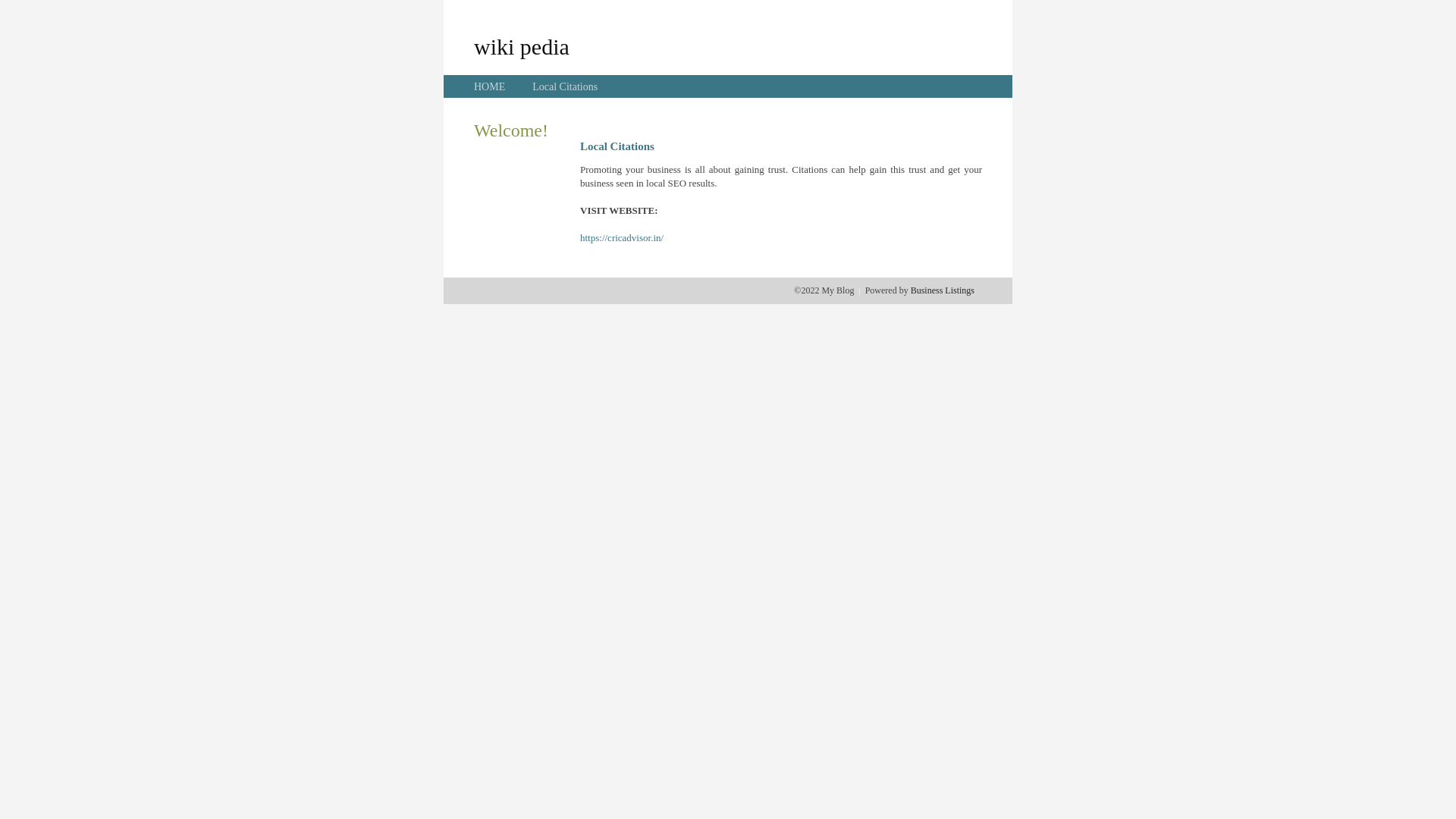  I want to click on 'Local Citations', so click(532, 86).